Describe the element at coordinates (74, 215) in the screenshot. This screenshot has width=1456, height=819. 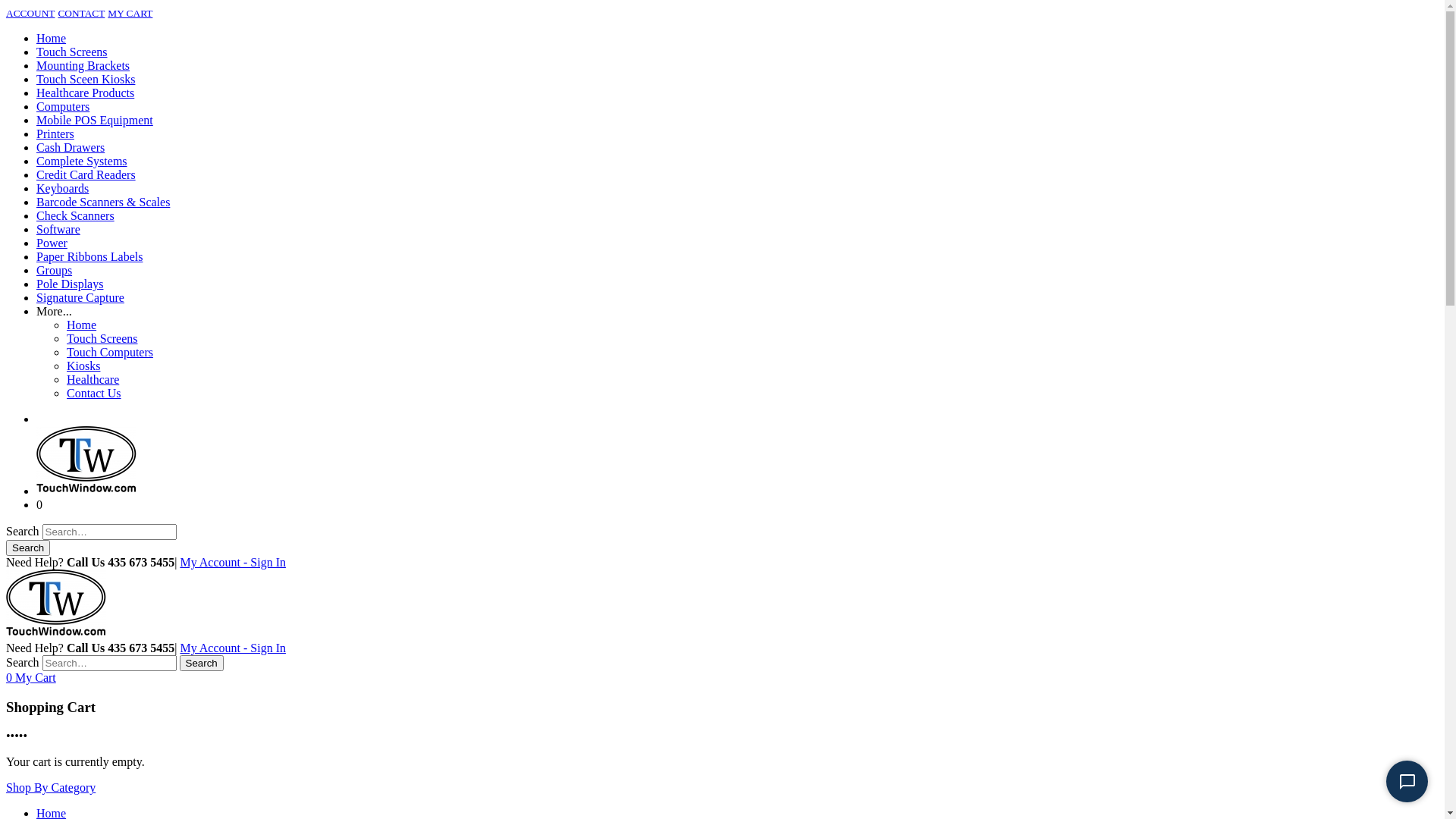
I see `'Check Scanners'` at that location.